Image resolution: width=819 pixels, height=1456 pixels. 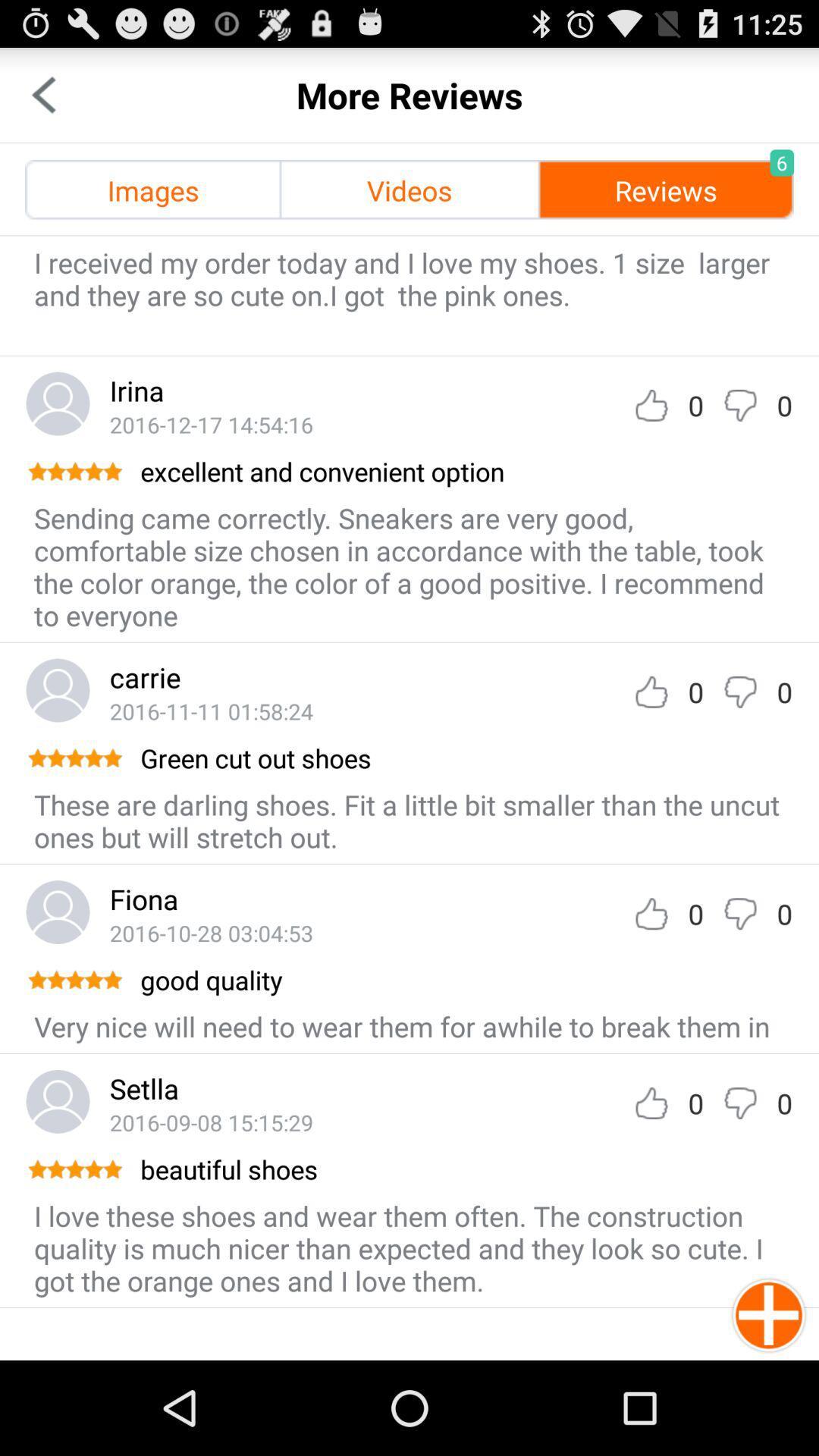 I want to click on like option, so click(x=651, y=405).